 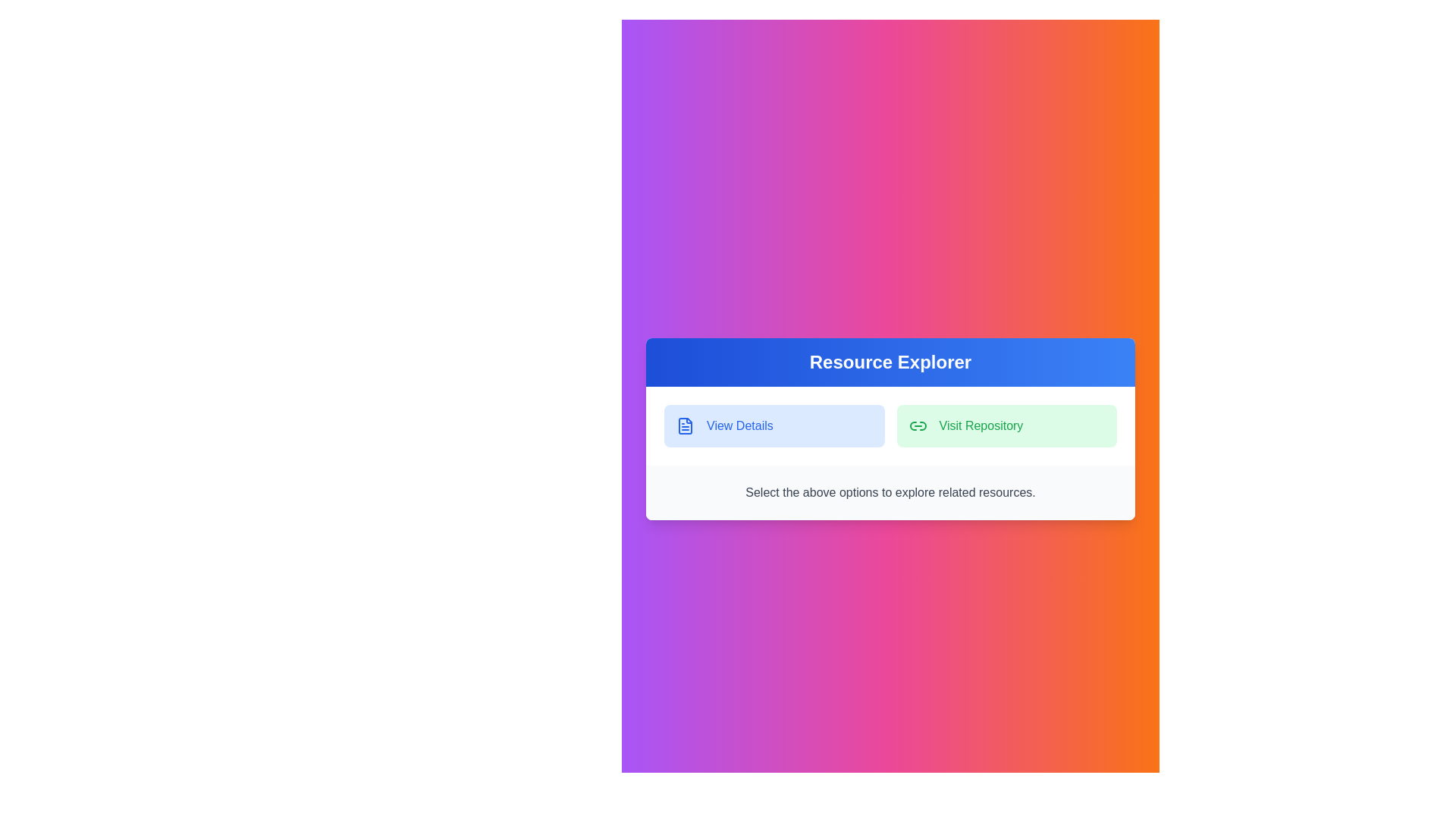 What do you see at coordinates (684, 426) in the screenshot?
I see `the SVG icon that resembles a file or document outline, located to the left of the 'View Details' button` at bounding box center [684, 426].